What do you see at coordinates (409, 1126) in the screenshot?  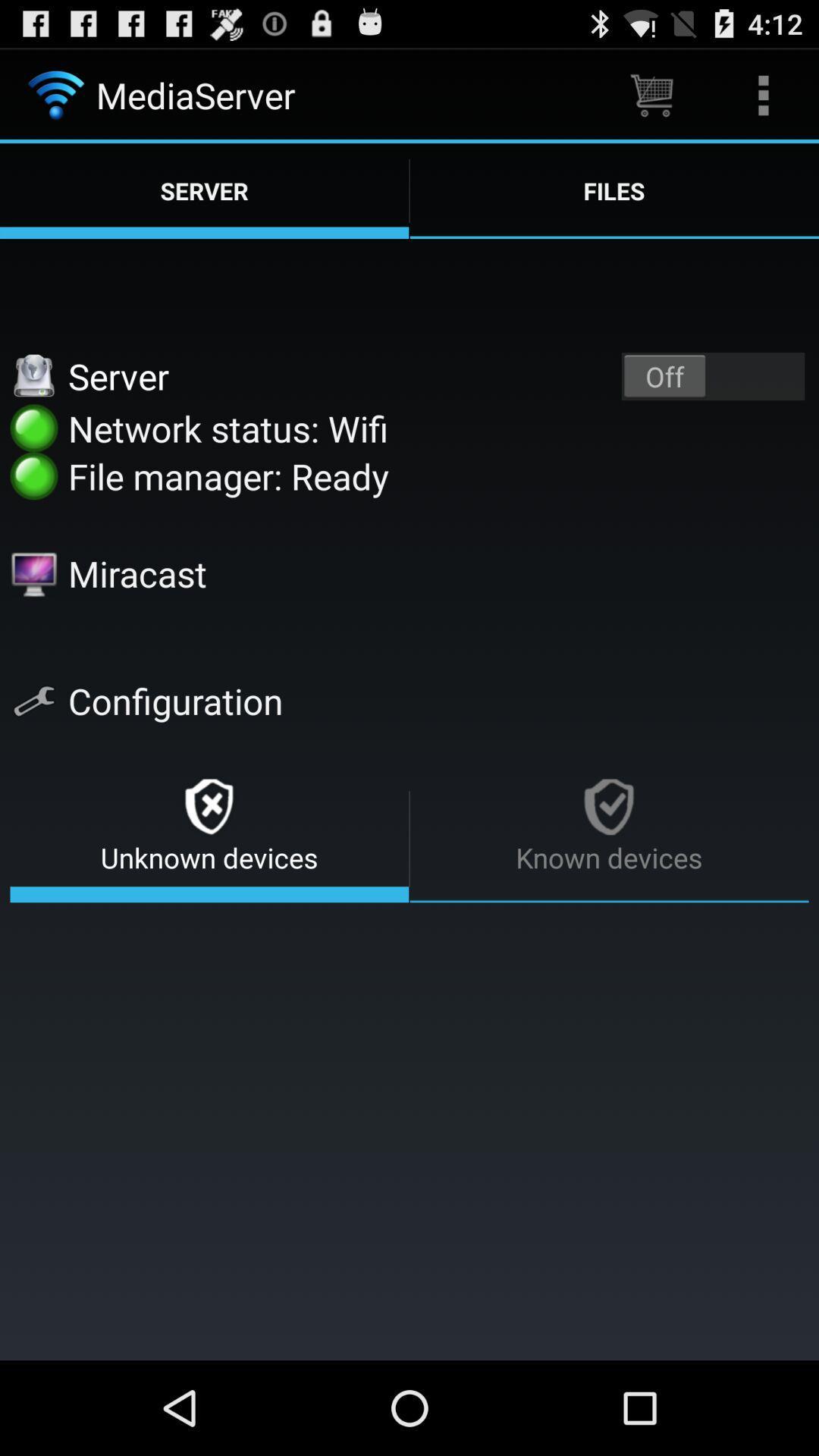 I see `the item at the bottom` at bounding box center [409, 1126].